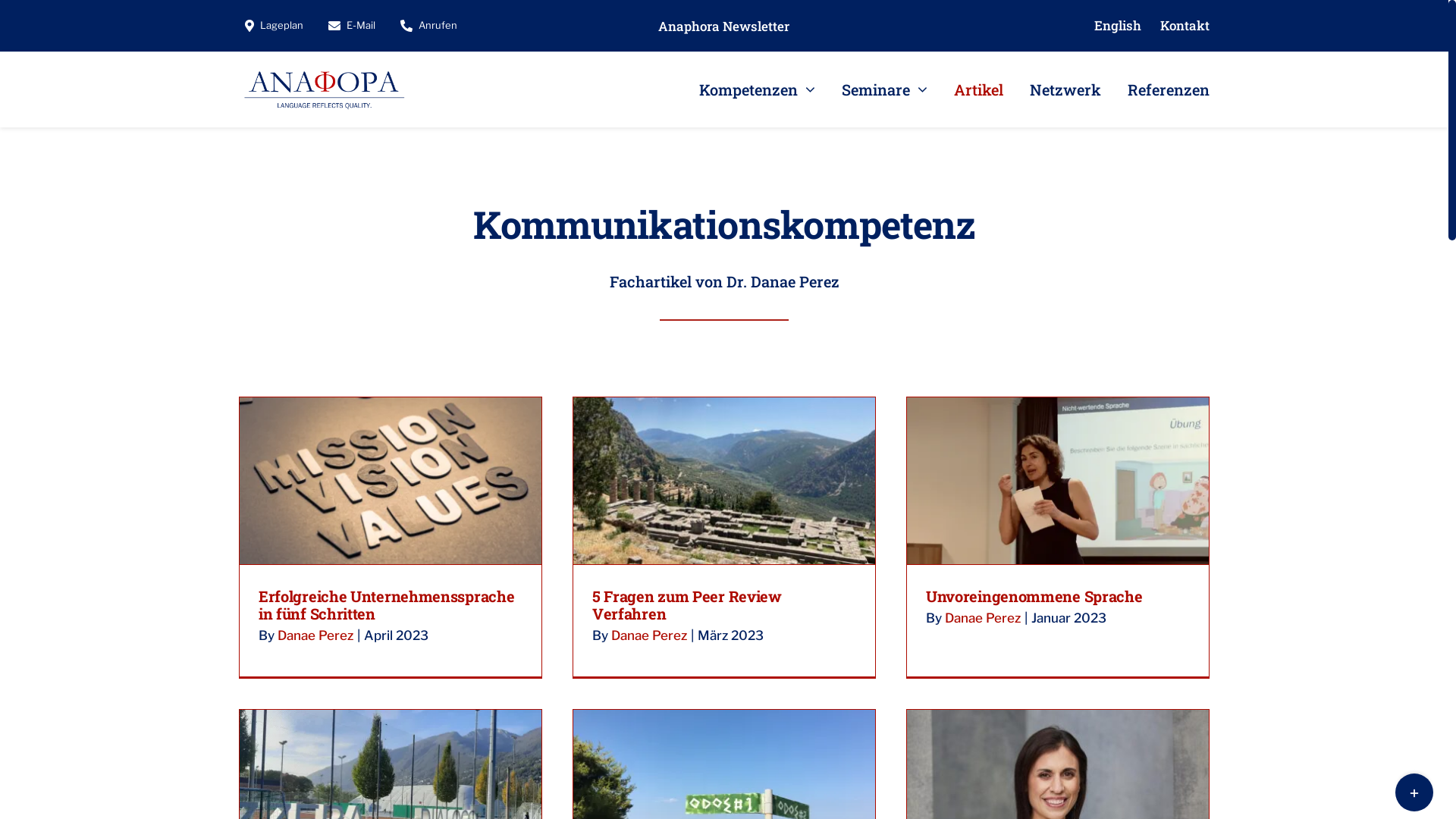 Image resolution: width=1456 pixels, height=819 pixels. What do you see at coordinates (1167, 89) in the screenshot?
I see `'Referenzen'` at bounding box center [1167, 89].